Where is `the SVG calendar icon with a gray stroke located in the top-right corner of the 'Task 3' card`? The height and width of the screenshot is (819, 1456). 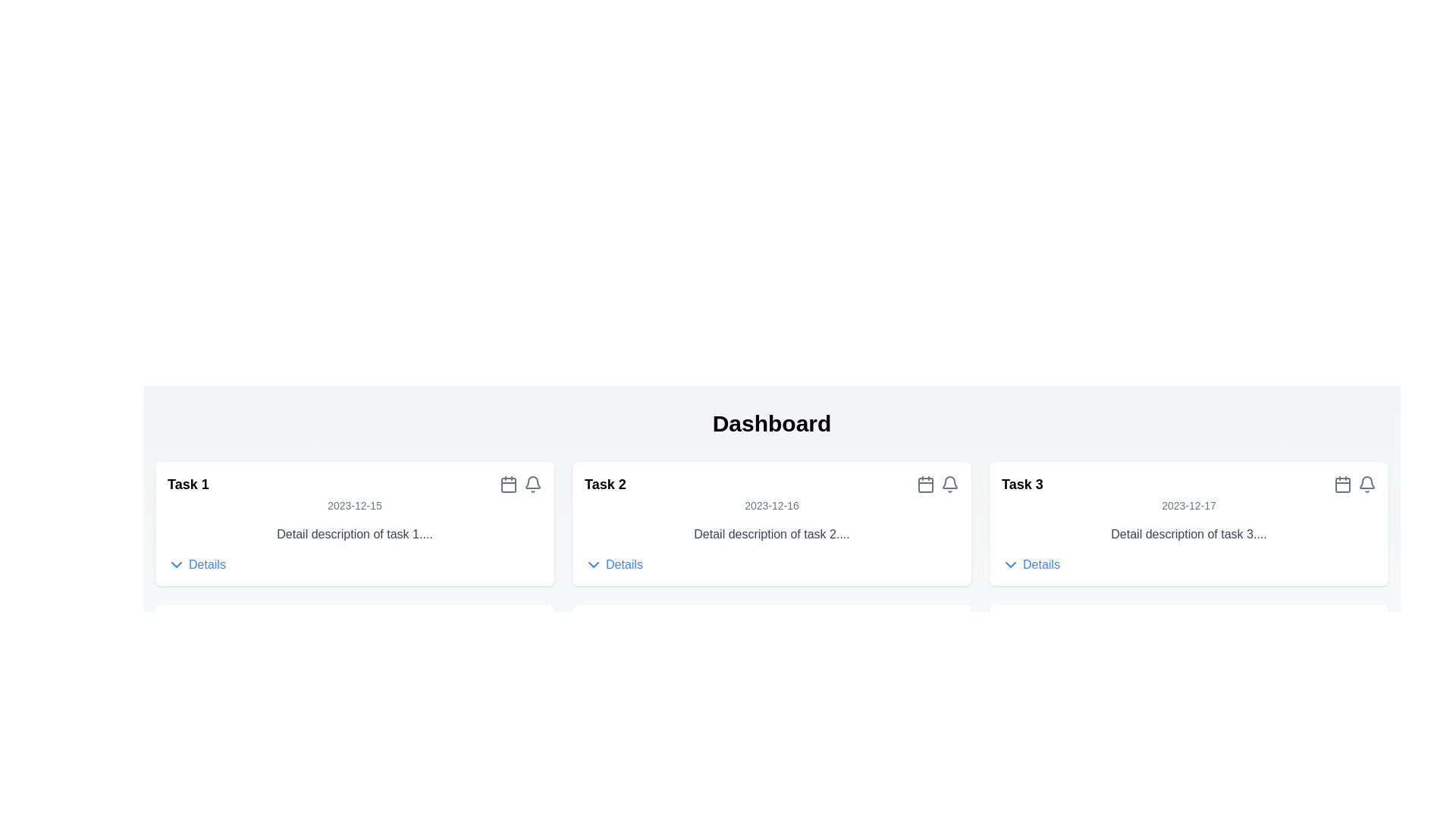 the SVG calendar icon with a gray stroke located in the top-right corner of the 'Task 3' card is located at coordinates (1343, 485).